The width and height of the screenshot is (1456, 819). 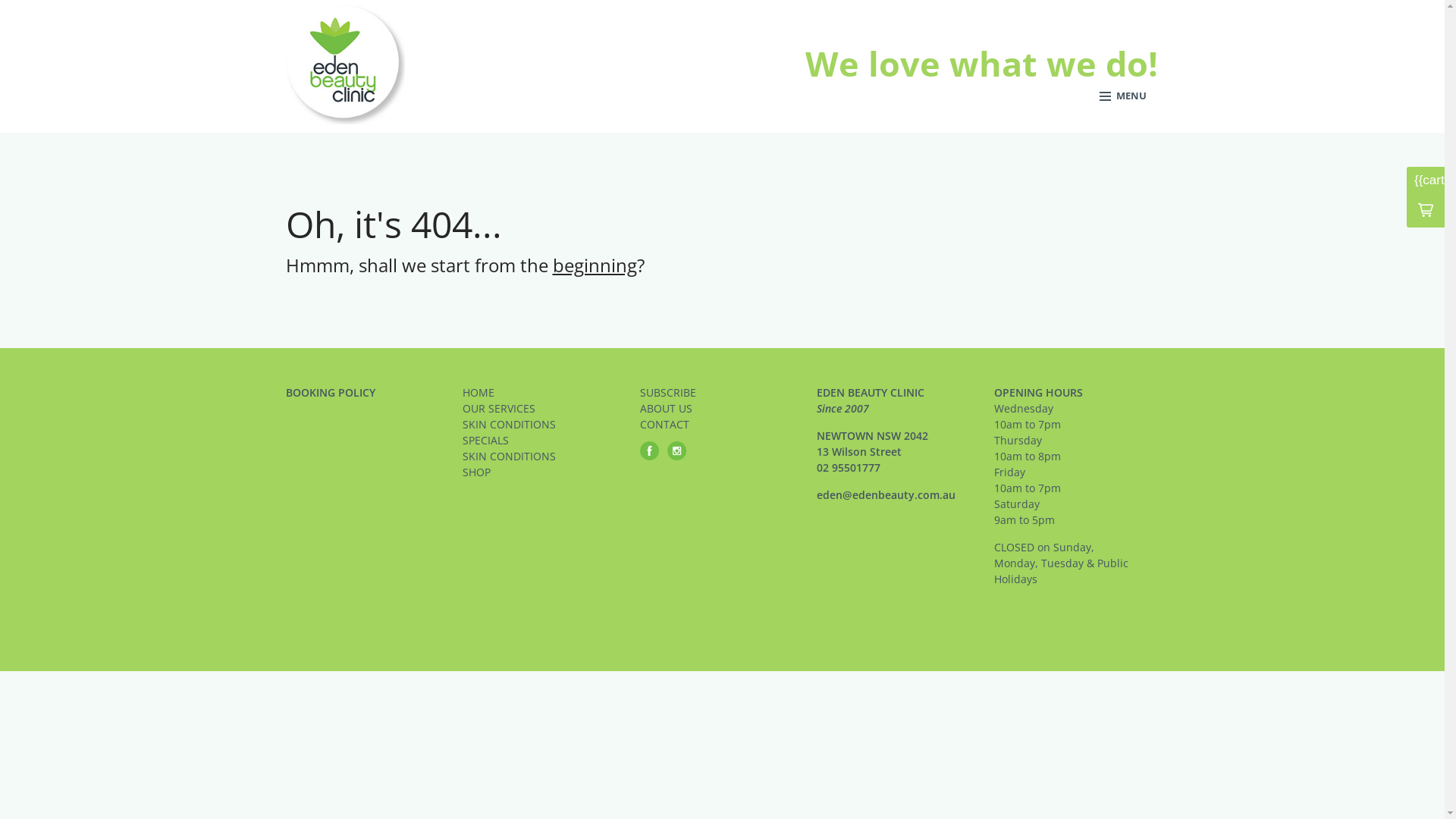 What do you see at coordinates (593, 264) in the screenshot?
I see `'beginning'` at bounding box center [593, 264].